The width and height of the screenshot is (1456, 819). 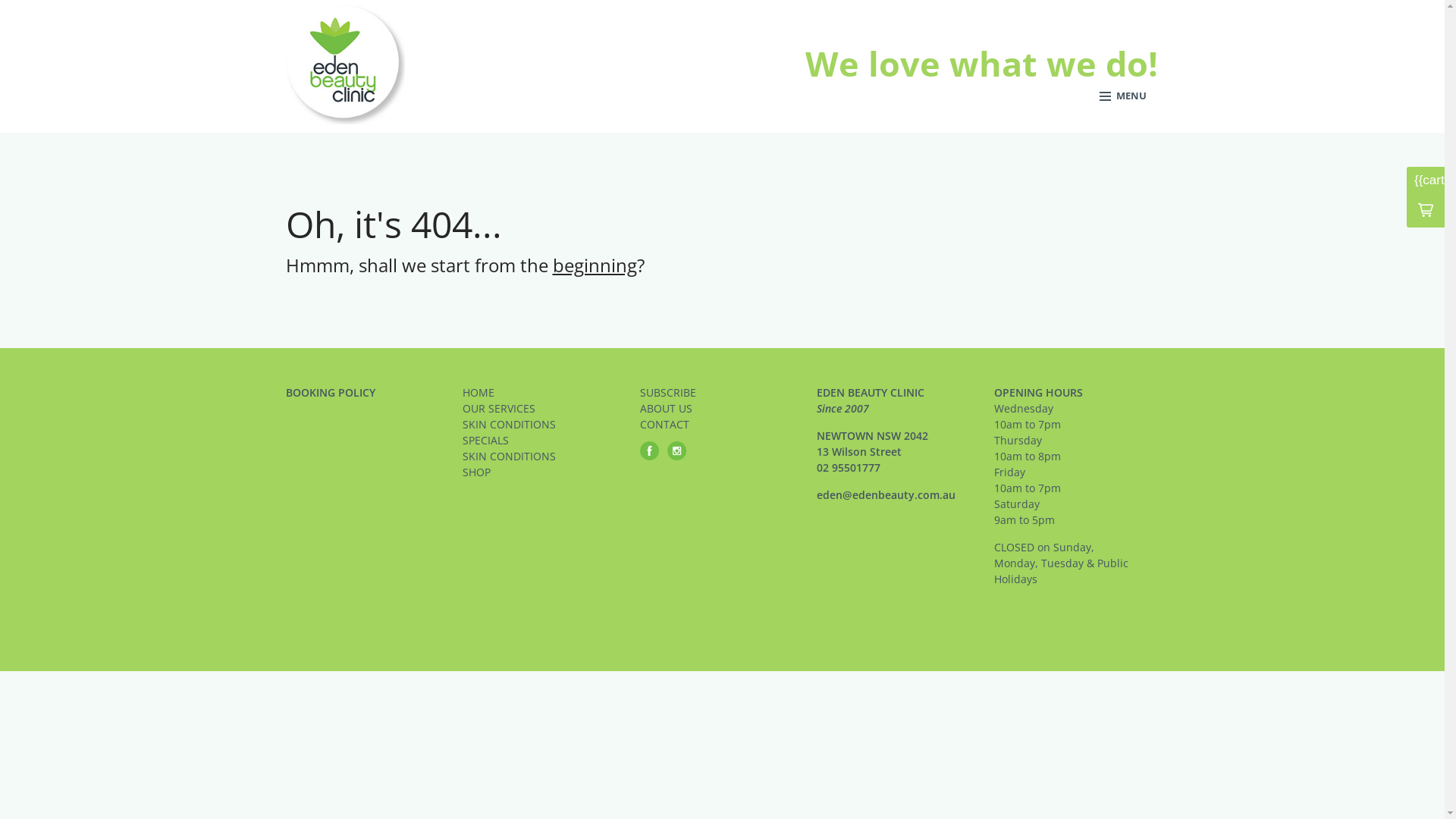 What do you see at coordinates (593, 264) in the screenshot?
I see `'beginning'` at bounding box center [593, 264].